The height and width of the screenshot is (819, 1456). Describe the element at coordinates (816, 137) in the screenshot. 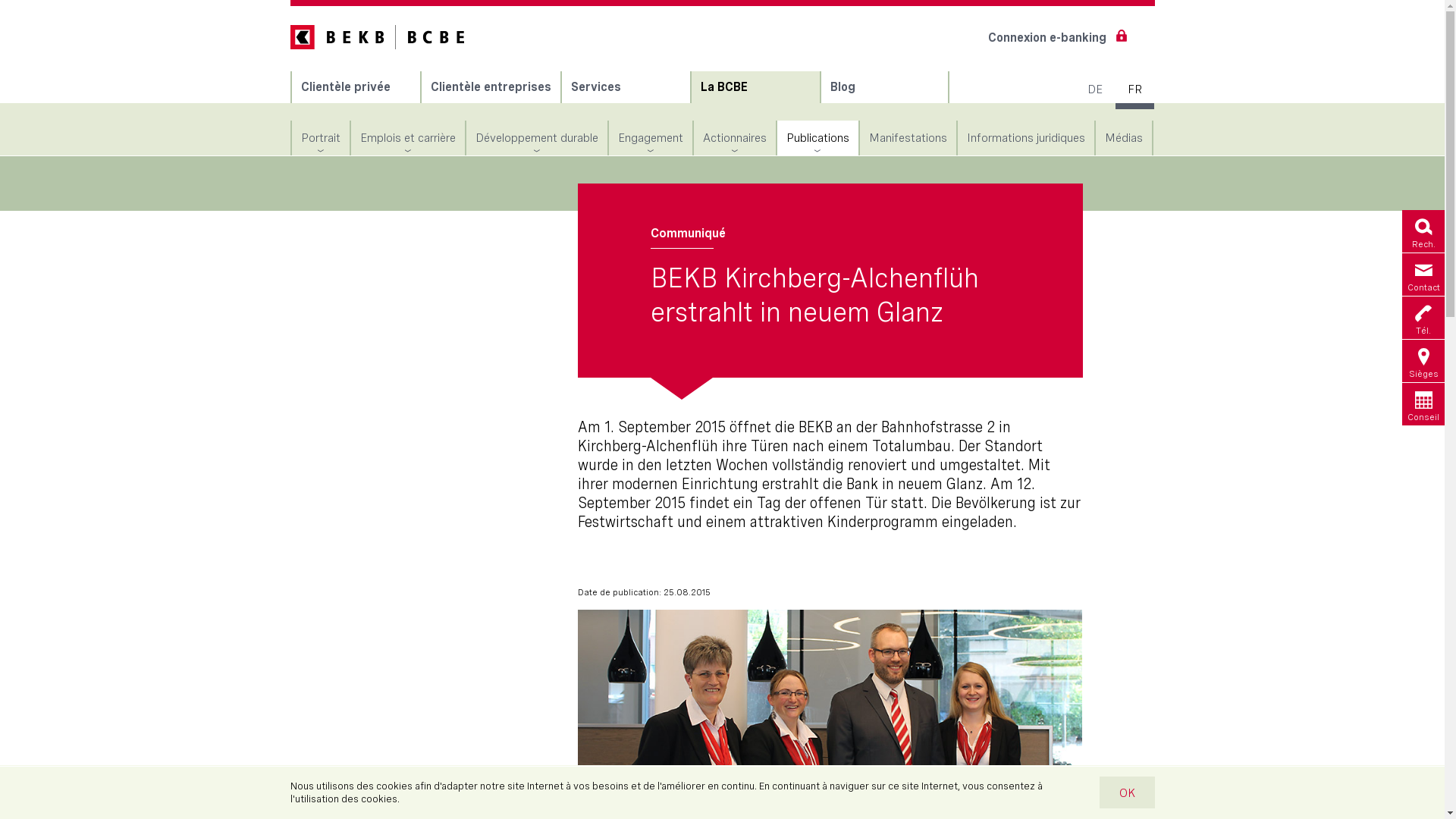

I see `'Publications` at that location.